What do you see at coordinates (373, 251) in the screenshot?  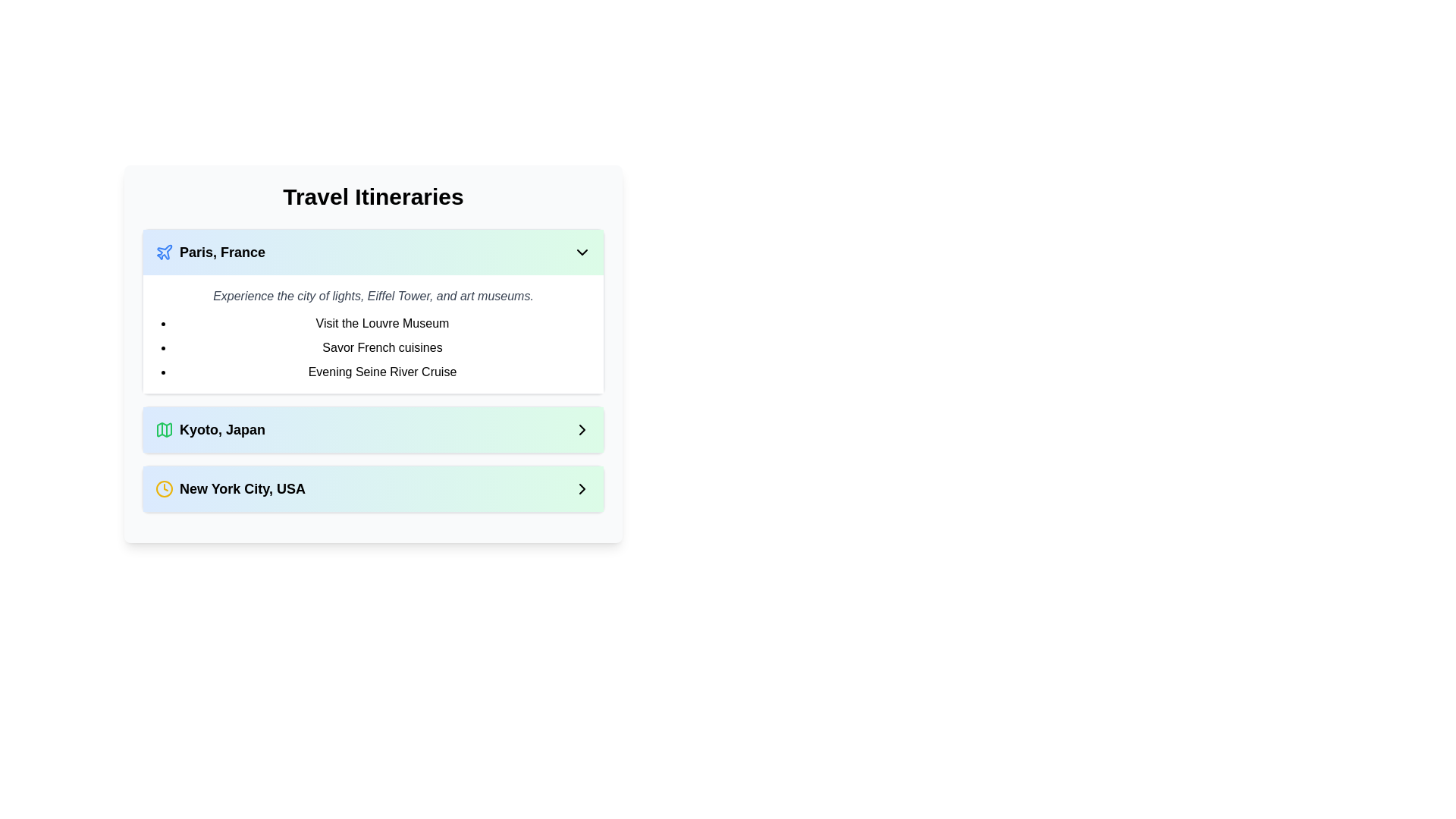 I see `the button labeled 'Paris, France' with a blue to green gradient background` at bounding box center [373, 251].